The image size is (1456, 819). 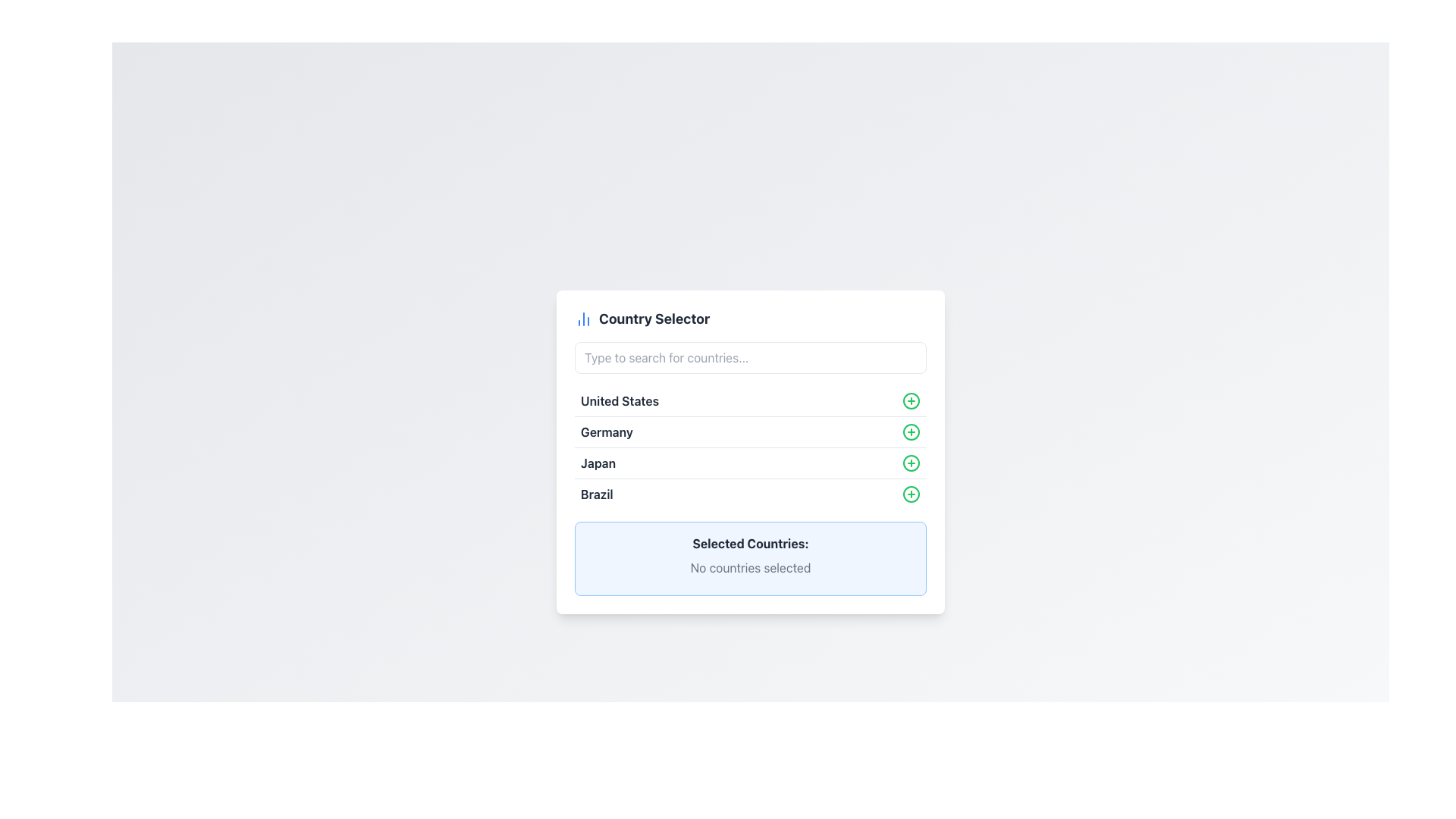 I want to click on the text heading 'Country Selector', which is prominently displayed in a bold dark gray font and positioned in the top center of the selection menu, so click(x=654, y=318).